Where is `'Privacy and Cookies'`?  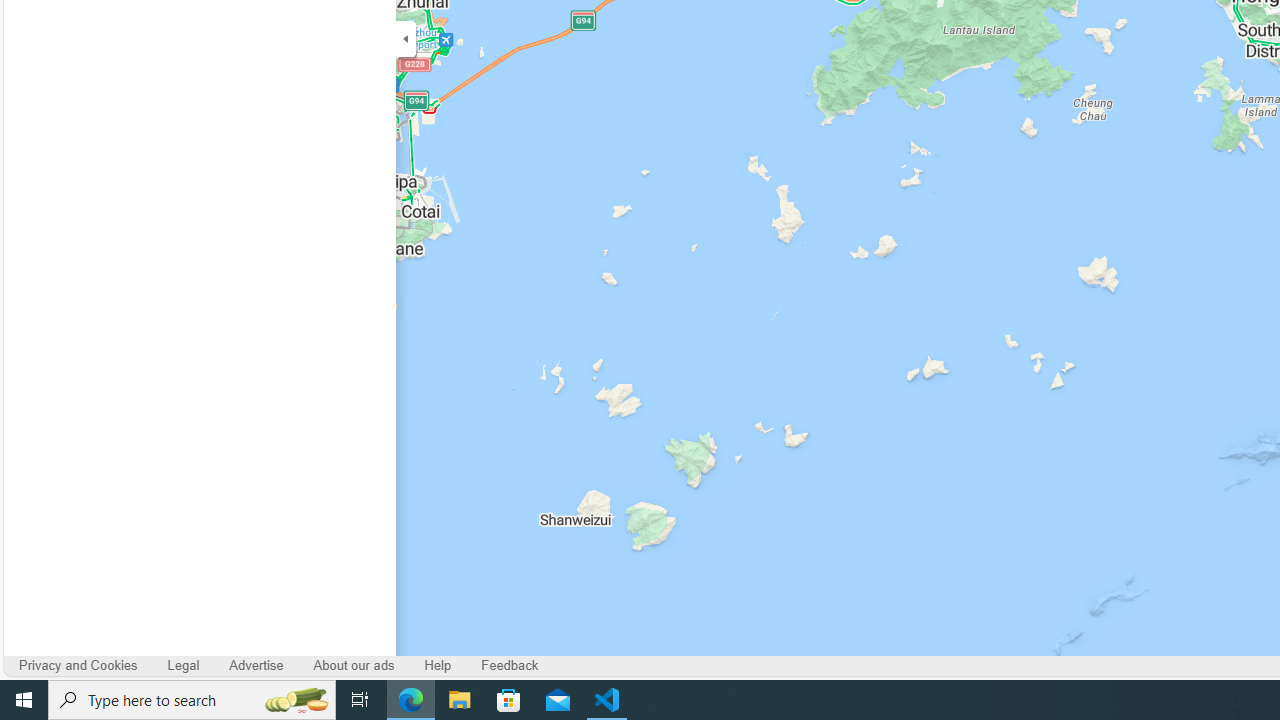
'Privacy and Cookies' is located at coordinates (78, 665).